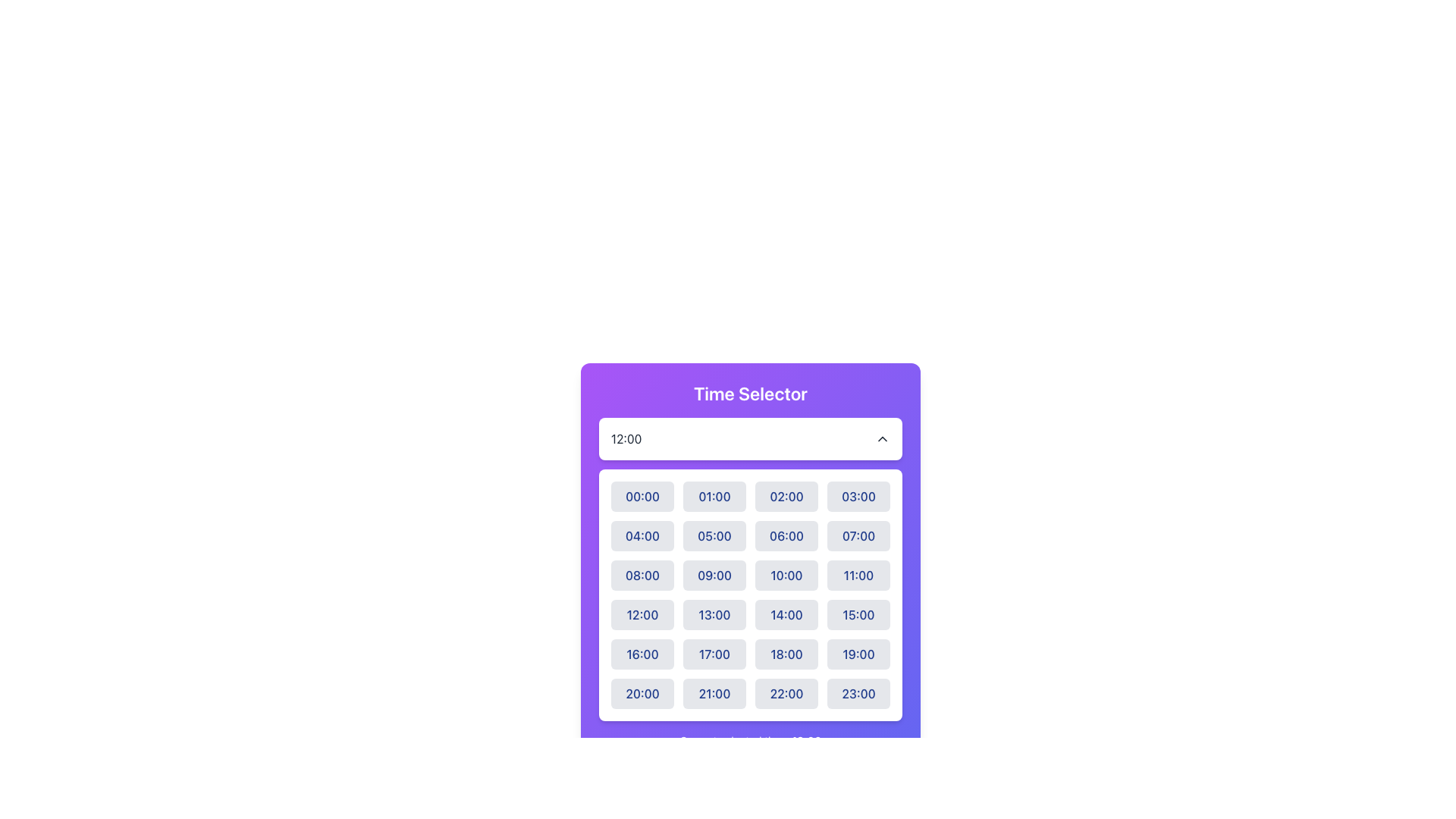 The image size is (1456, 819). Describe the element at coordinates (858, 535) in the screenshot. I see `the selectable time option button labeled '07:00'` at that location.